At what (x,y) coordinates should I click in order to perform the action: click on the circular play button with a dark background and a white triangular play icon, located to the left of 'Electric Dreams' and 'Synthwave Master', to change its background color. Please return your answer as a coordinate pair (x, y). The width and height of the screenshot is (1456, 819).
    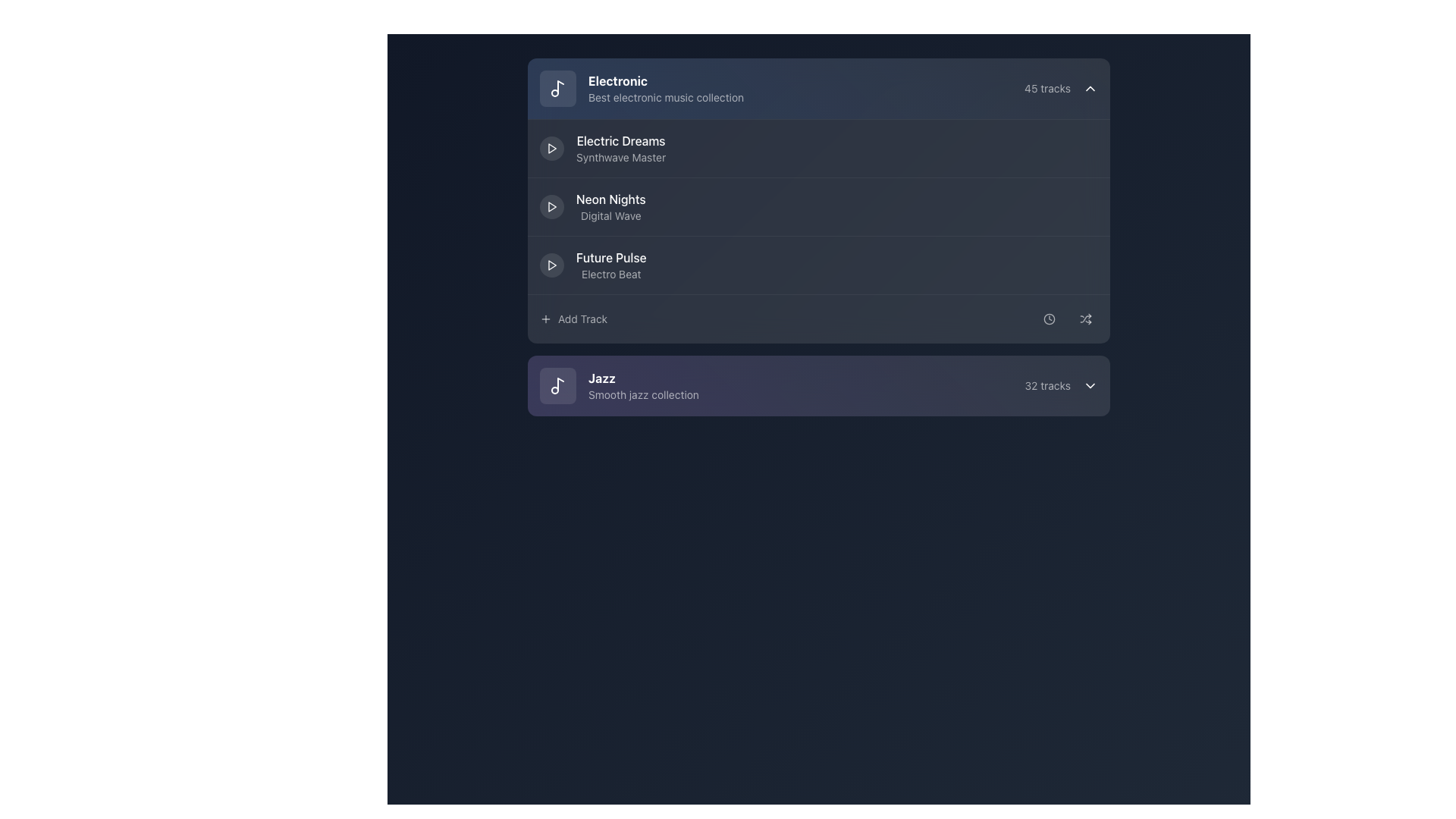
    Looking at the image, I should click on (551, 149).